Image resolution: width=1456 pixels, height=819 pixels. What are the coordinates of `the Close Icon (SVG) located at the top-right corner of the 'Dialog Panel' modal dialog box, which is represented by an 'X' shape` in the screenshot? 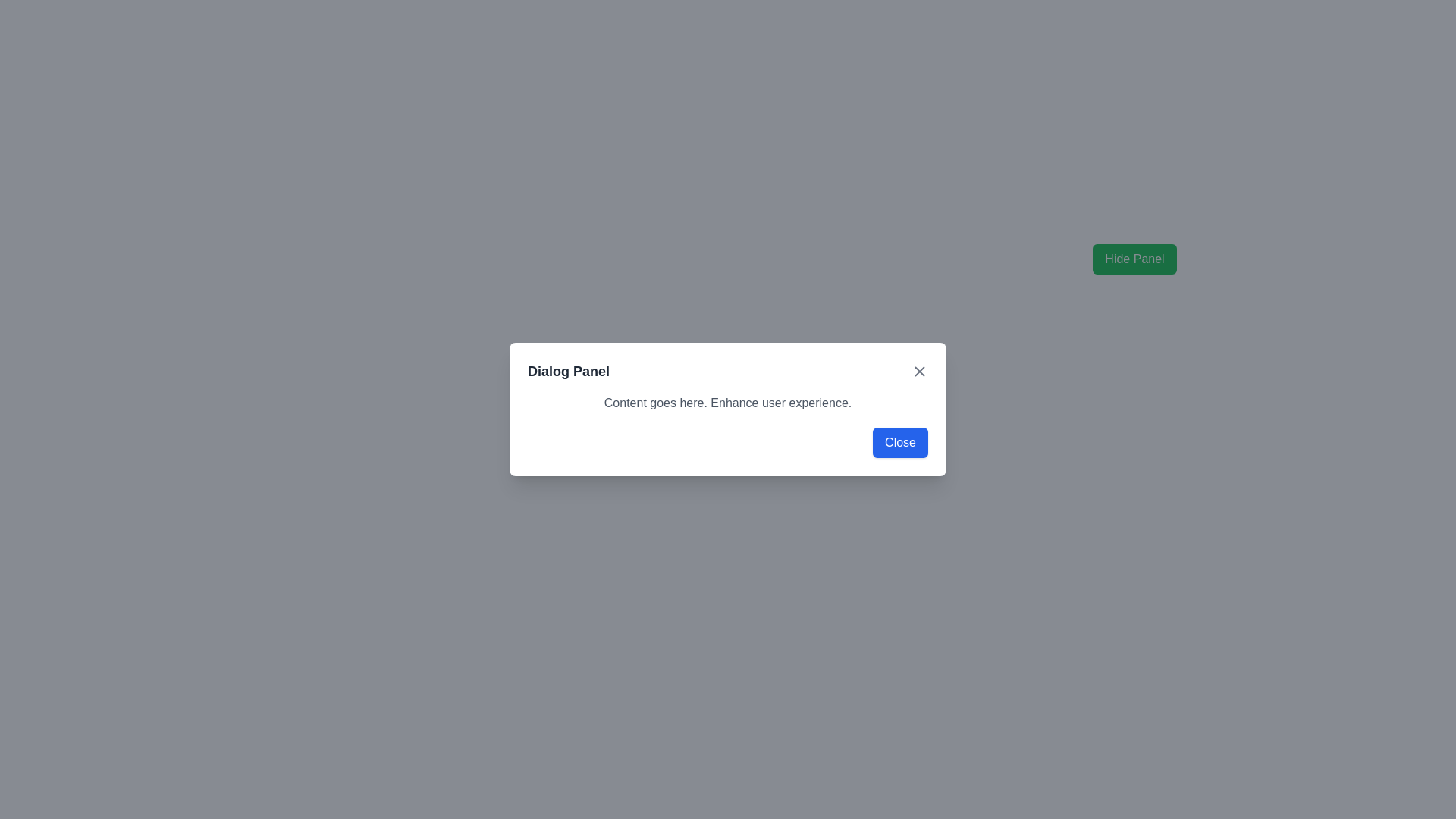 It's located at (919, 371).